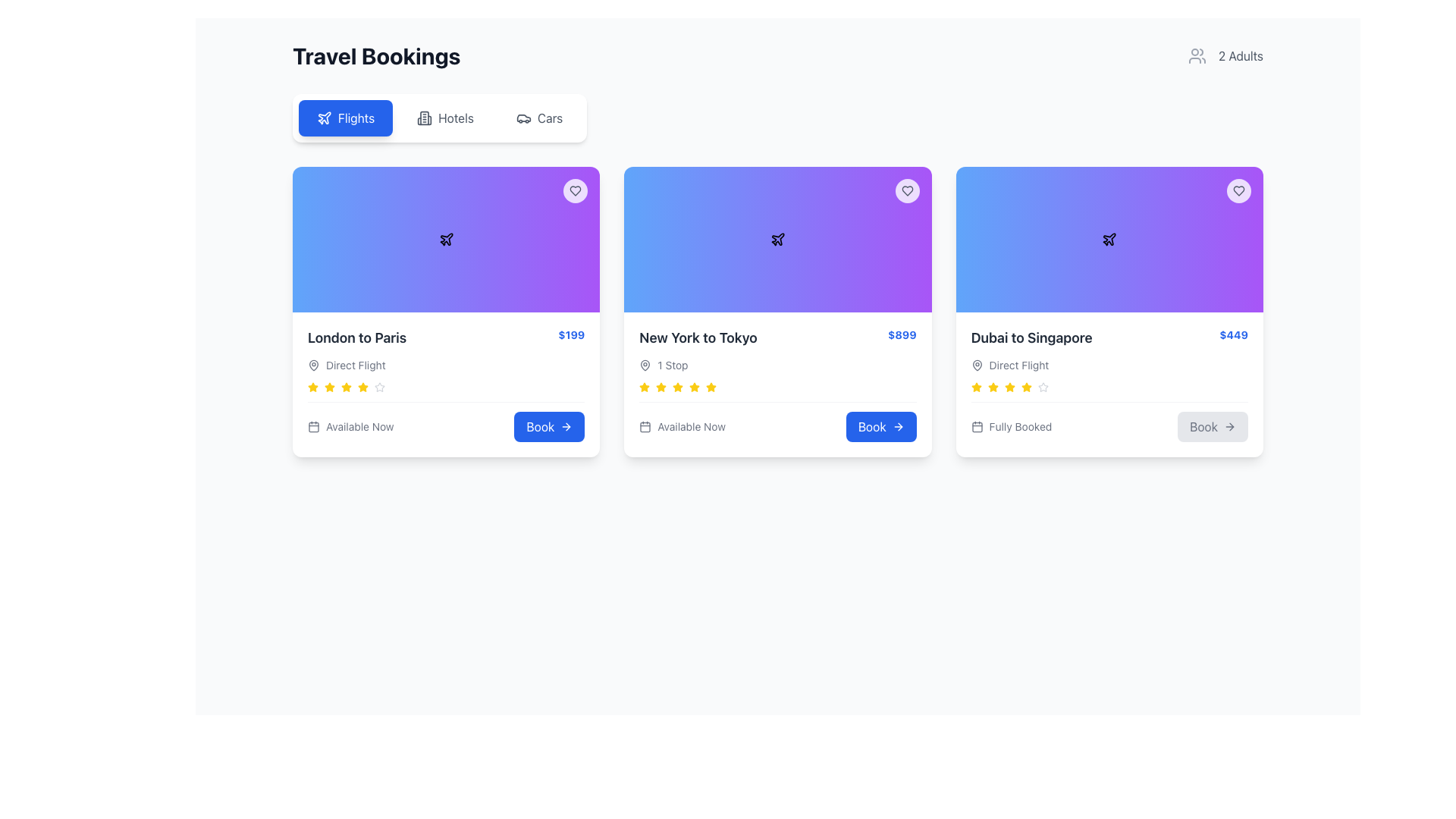  What do you see at coordinates (1212, 427) in the screenshot?
I see `the inactive 'Book' button with a light gray background and rounded edges located at the bottom-right of the 'Dubai to Singapore' card` at bounding box center [1212, 427].